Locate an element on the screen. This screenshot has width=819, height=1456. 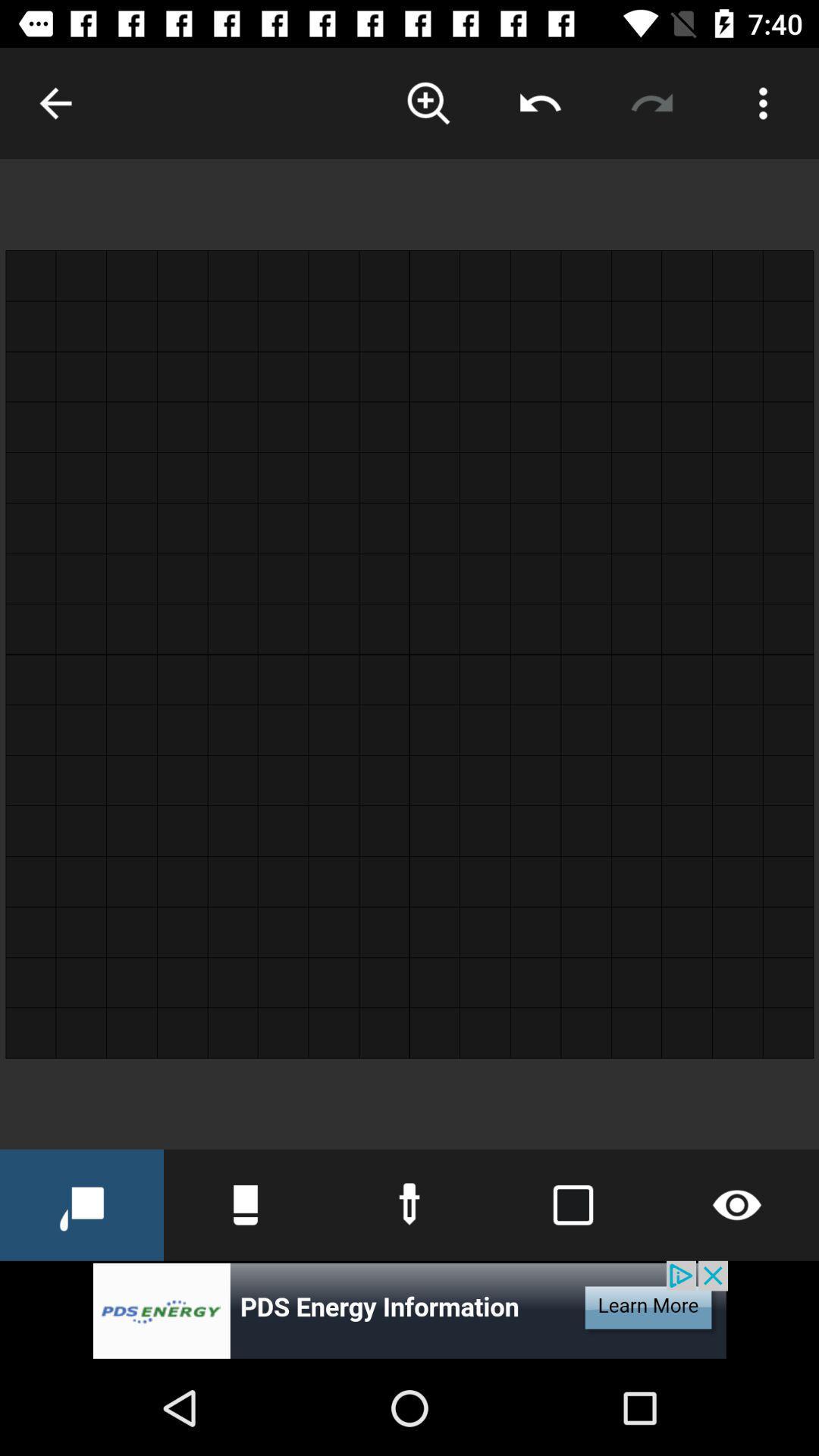
go back is located at coordinates (55, 102).